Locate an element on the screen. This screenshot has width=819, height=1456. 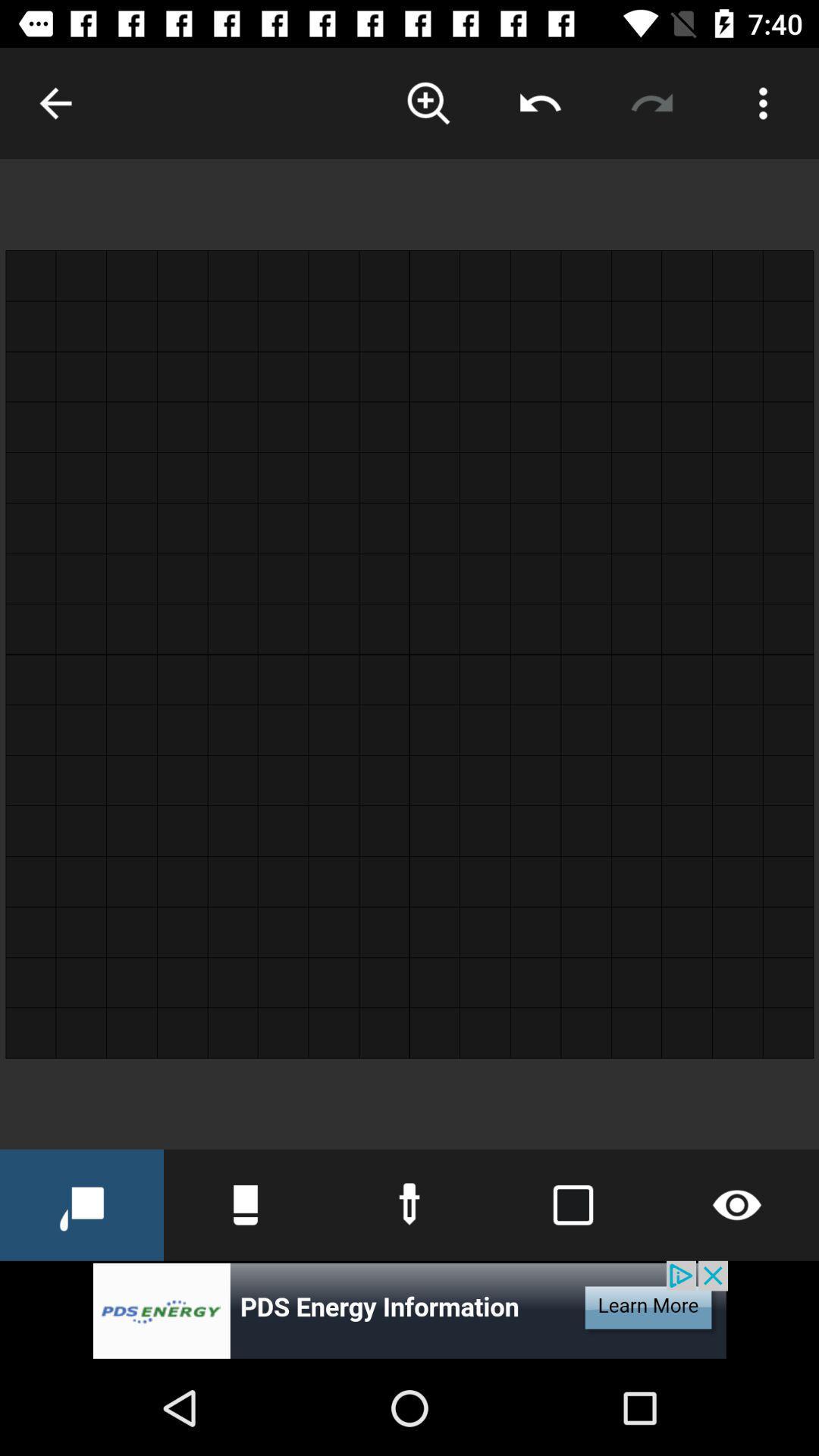
go back is located at coordinates (55, 102).